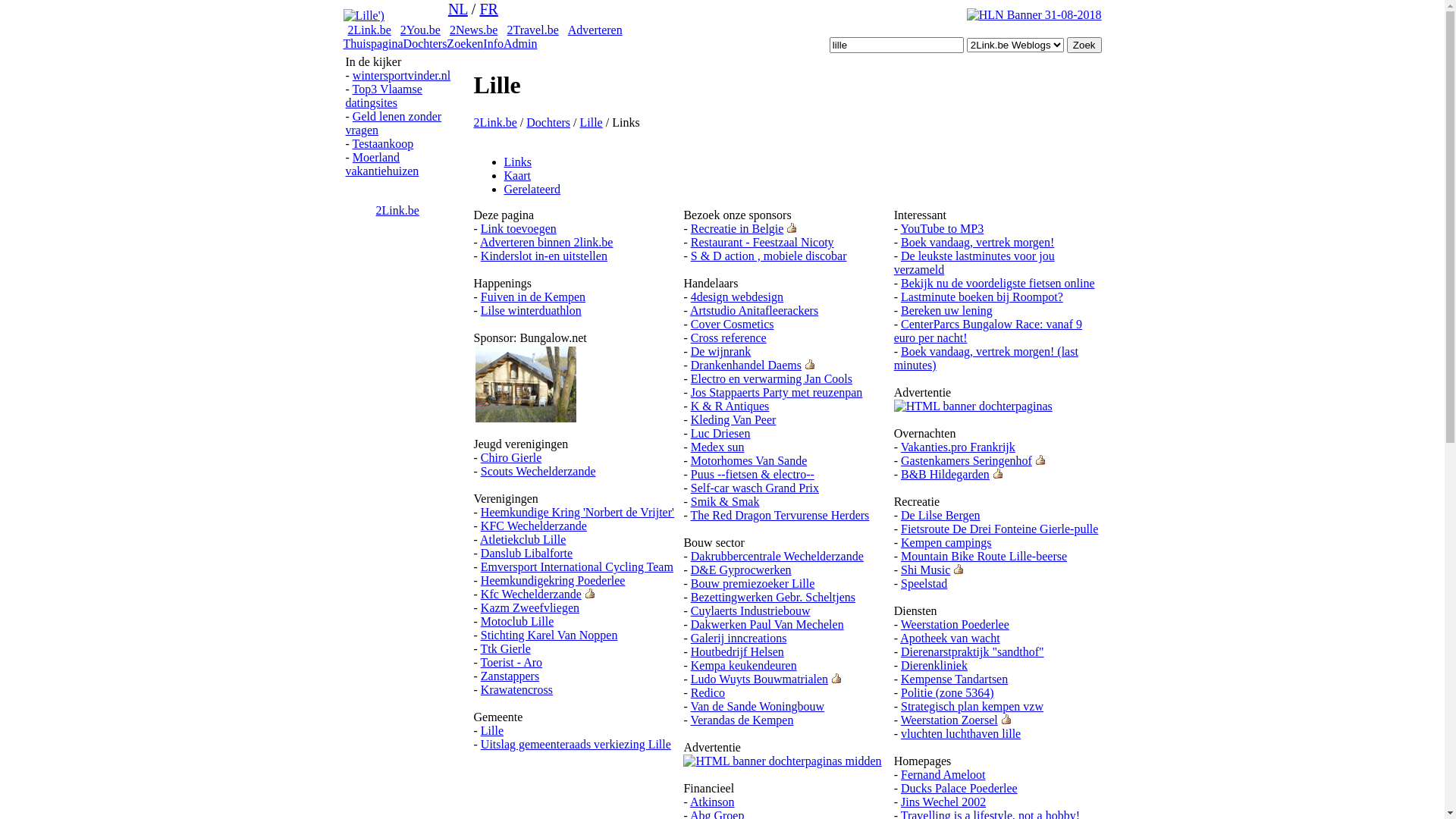  Describe the element at coordinates (741, 570) in the screenshot. I see `'D&E Gyprocwerken'` at that location.